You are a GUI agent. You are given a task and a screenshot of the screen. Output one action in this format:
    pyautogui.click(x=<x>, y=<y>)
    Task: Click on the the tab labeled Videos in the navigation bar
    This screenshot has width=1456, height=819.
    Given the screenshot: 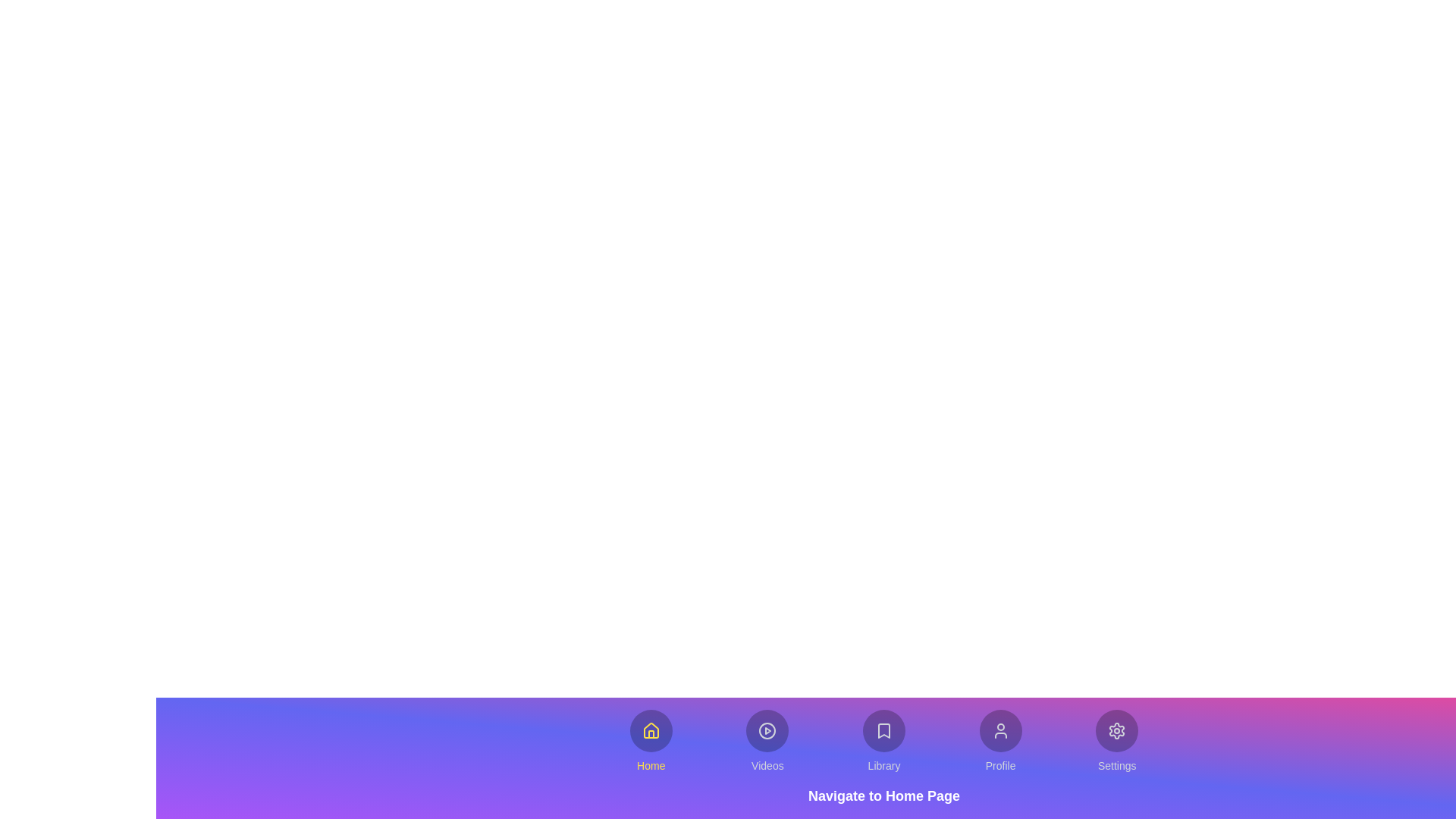 What is the action you would take?
    pyautogui.click(x=767, y=741)
    